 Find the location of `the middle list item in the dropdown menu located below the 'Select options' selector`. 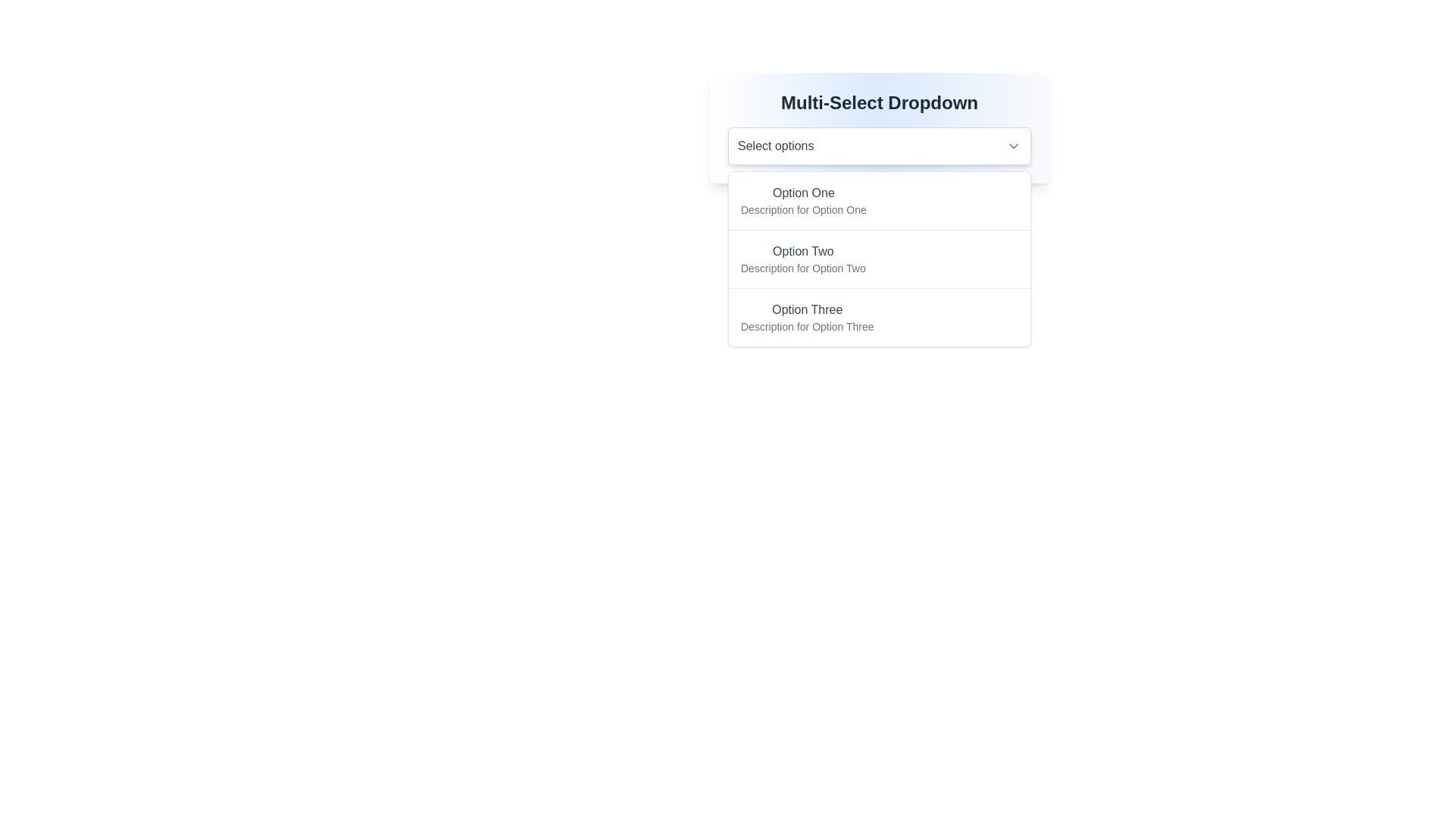

the middle list item in the dropdown menu located below the 'Select options' selector is located at coordinates (880, 259).